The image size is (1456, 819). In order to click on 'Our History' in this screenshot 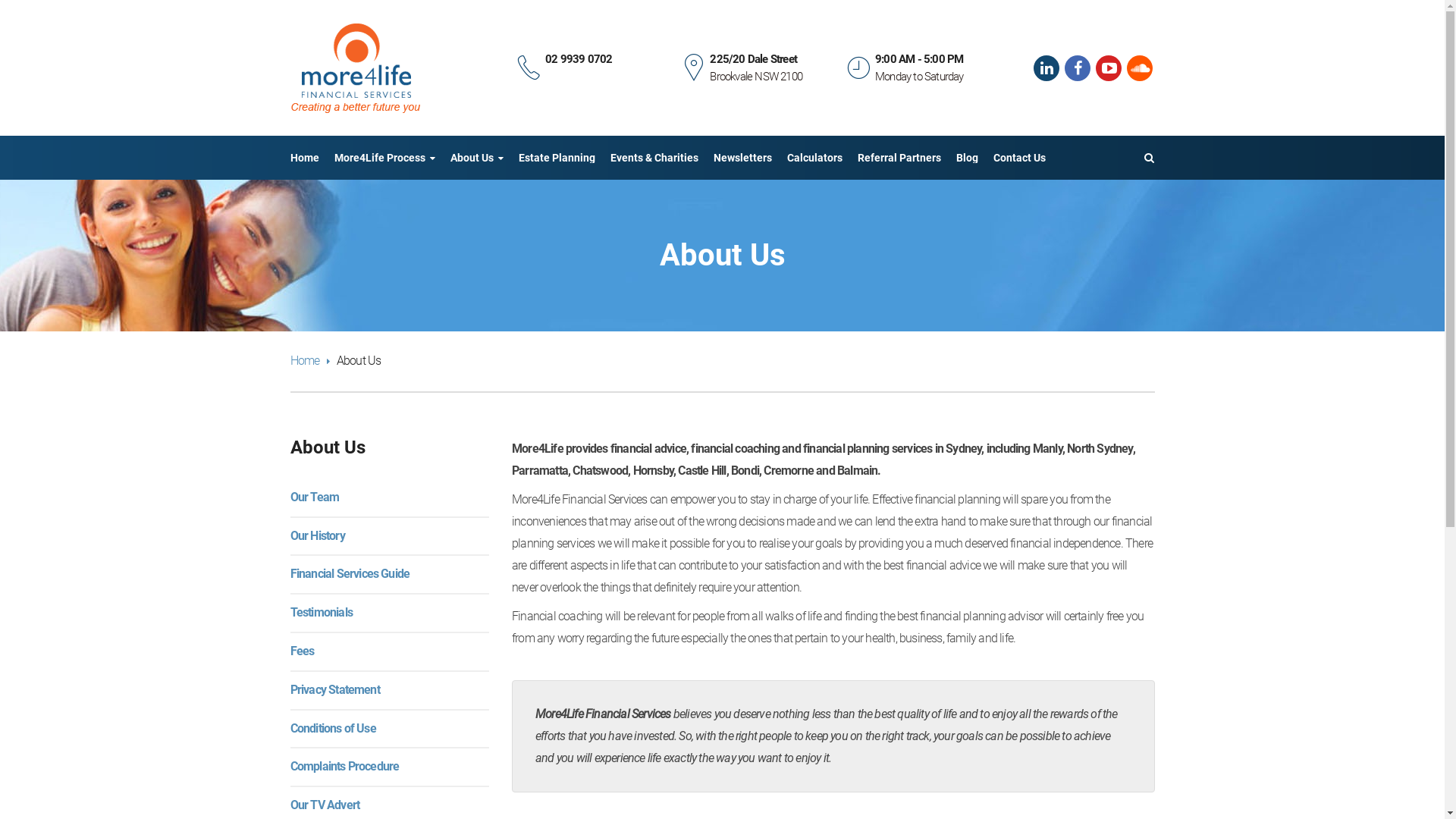, I will do `click(315, 535)`.